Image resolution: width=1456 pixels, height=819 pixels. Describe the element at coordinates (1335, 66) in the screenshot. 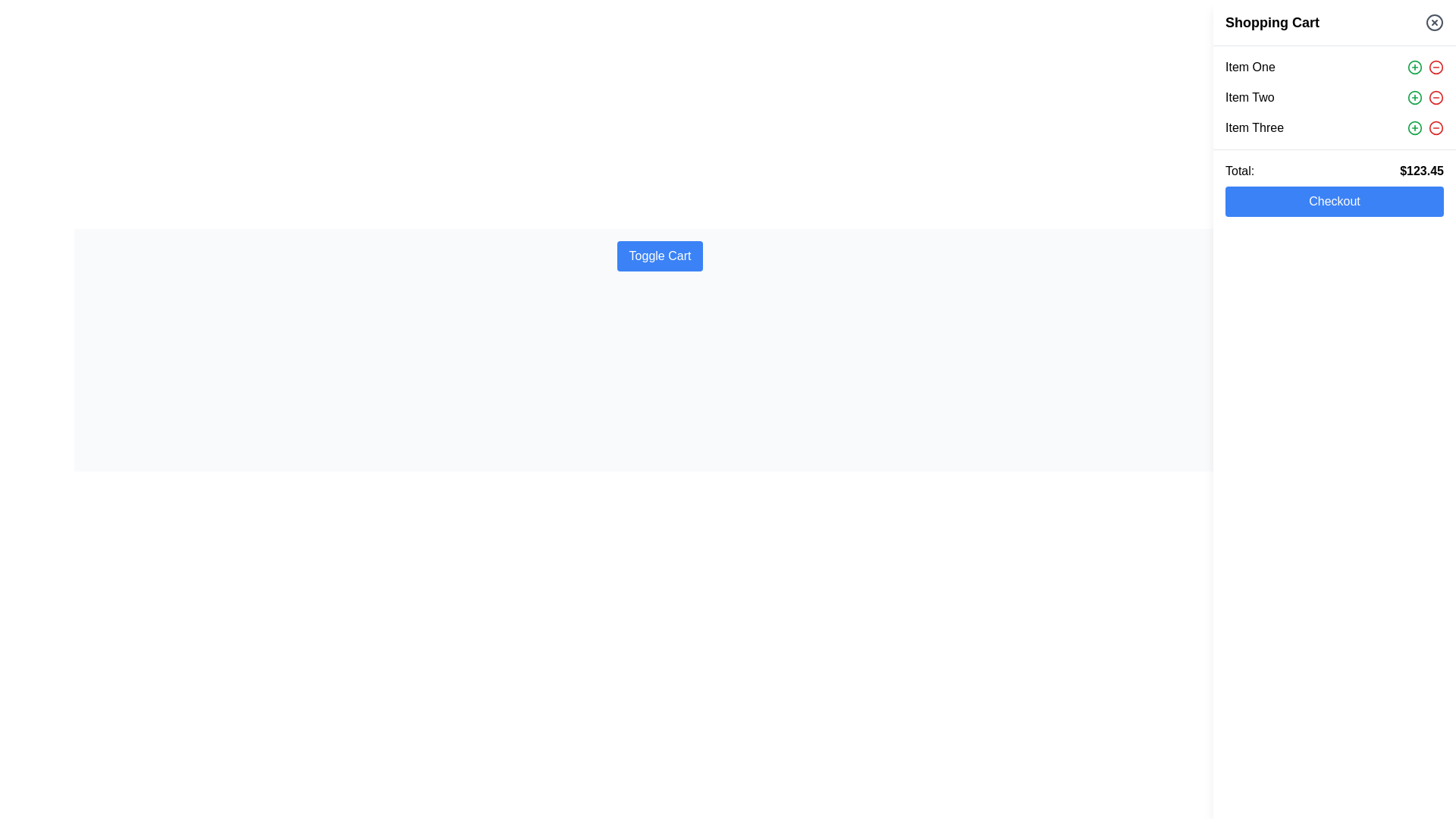

I see `the first item labeled 'Item One'` at that location.